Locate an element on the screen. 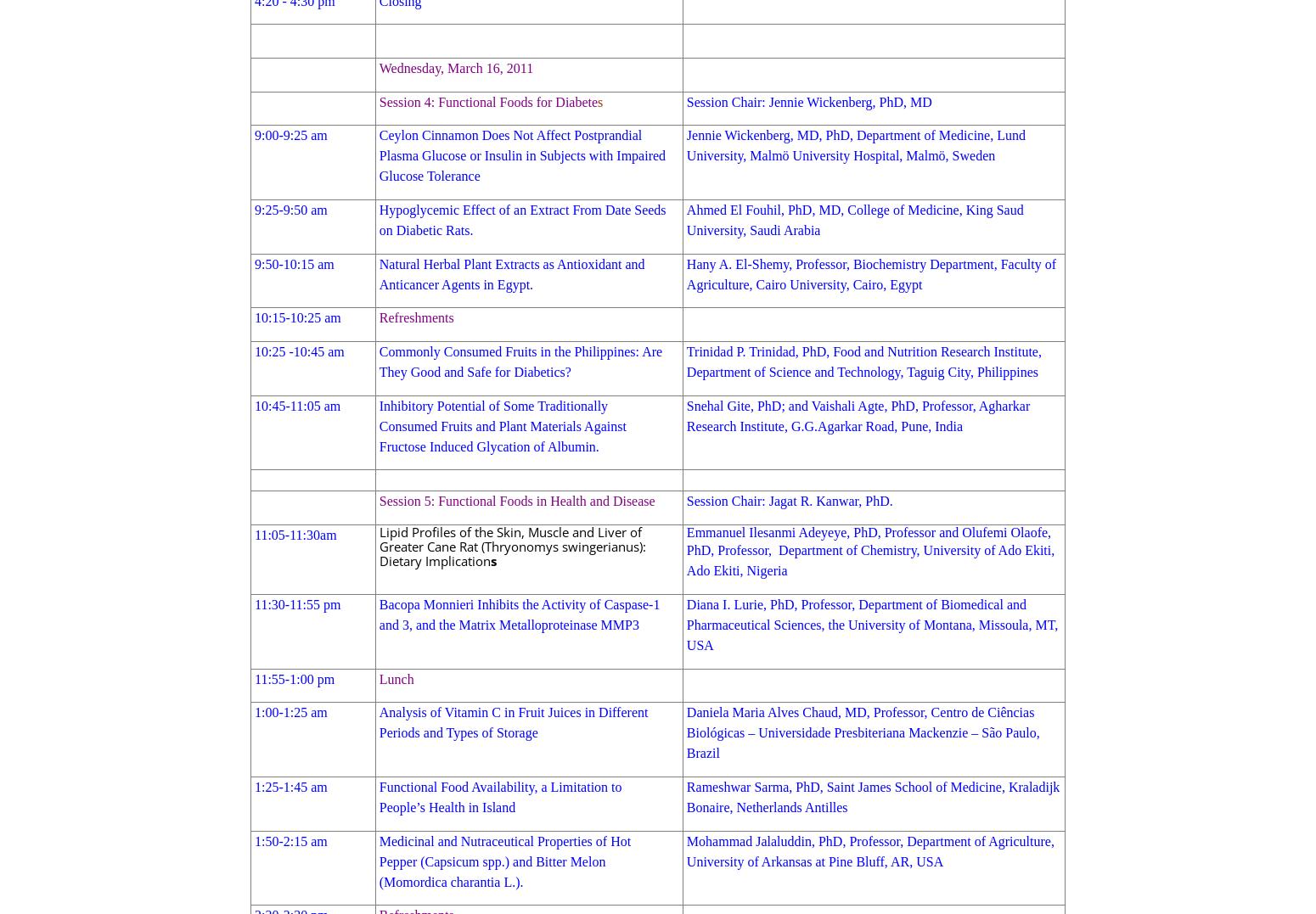 The height and width of the screenshot is (914, 1316). '11:55-1:00 pm' is located at coordinates (294, 678).